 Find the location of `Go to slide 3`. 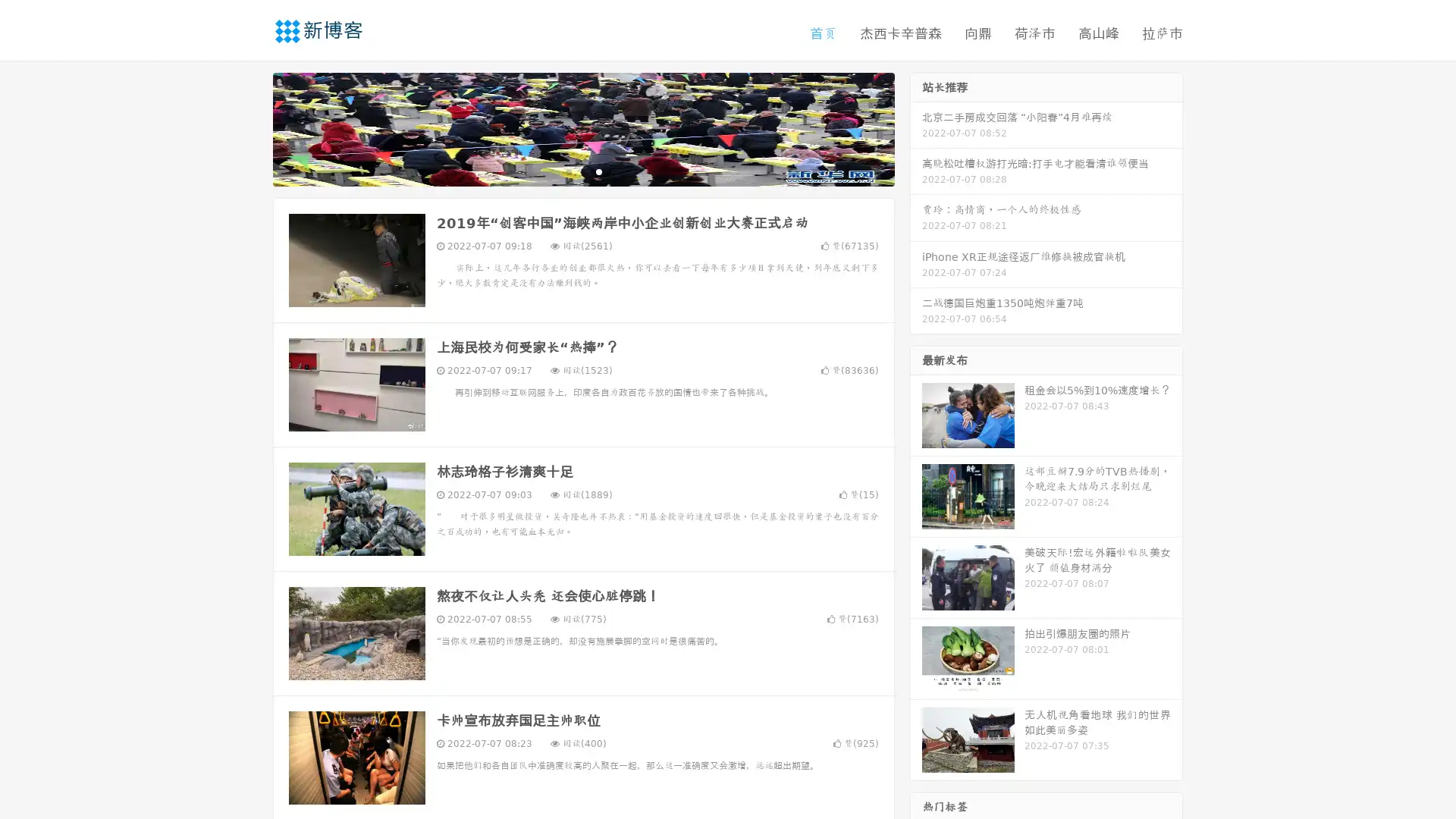

Go to slide 3 is located at coordinates (598, 171).